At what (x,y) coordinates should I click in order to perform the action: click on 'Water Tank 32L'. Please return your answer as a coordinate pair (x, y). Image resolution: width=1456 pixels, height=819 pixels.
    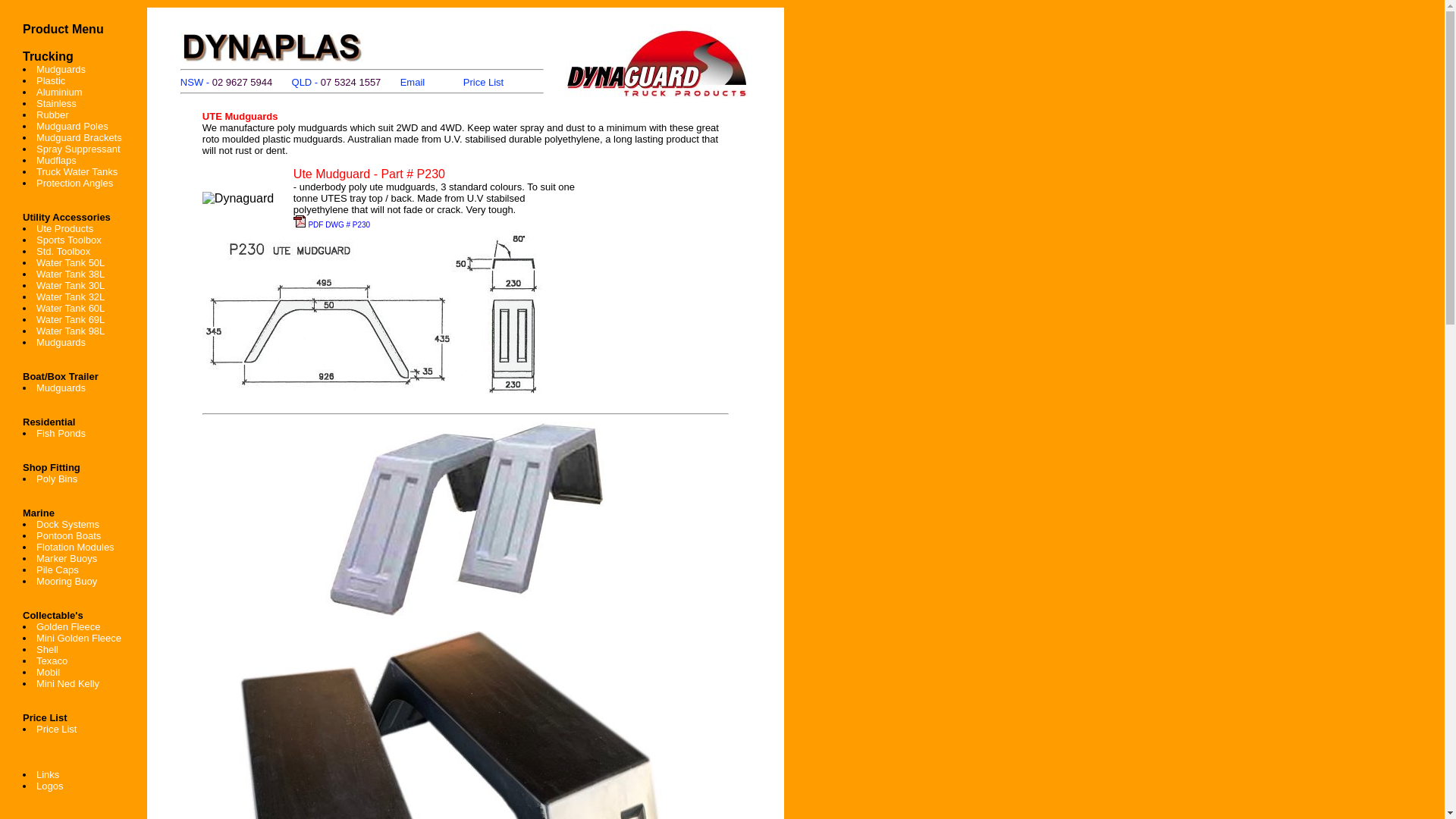
    Looking at the image, I should click on (69, 297).